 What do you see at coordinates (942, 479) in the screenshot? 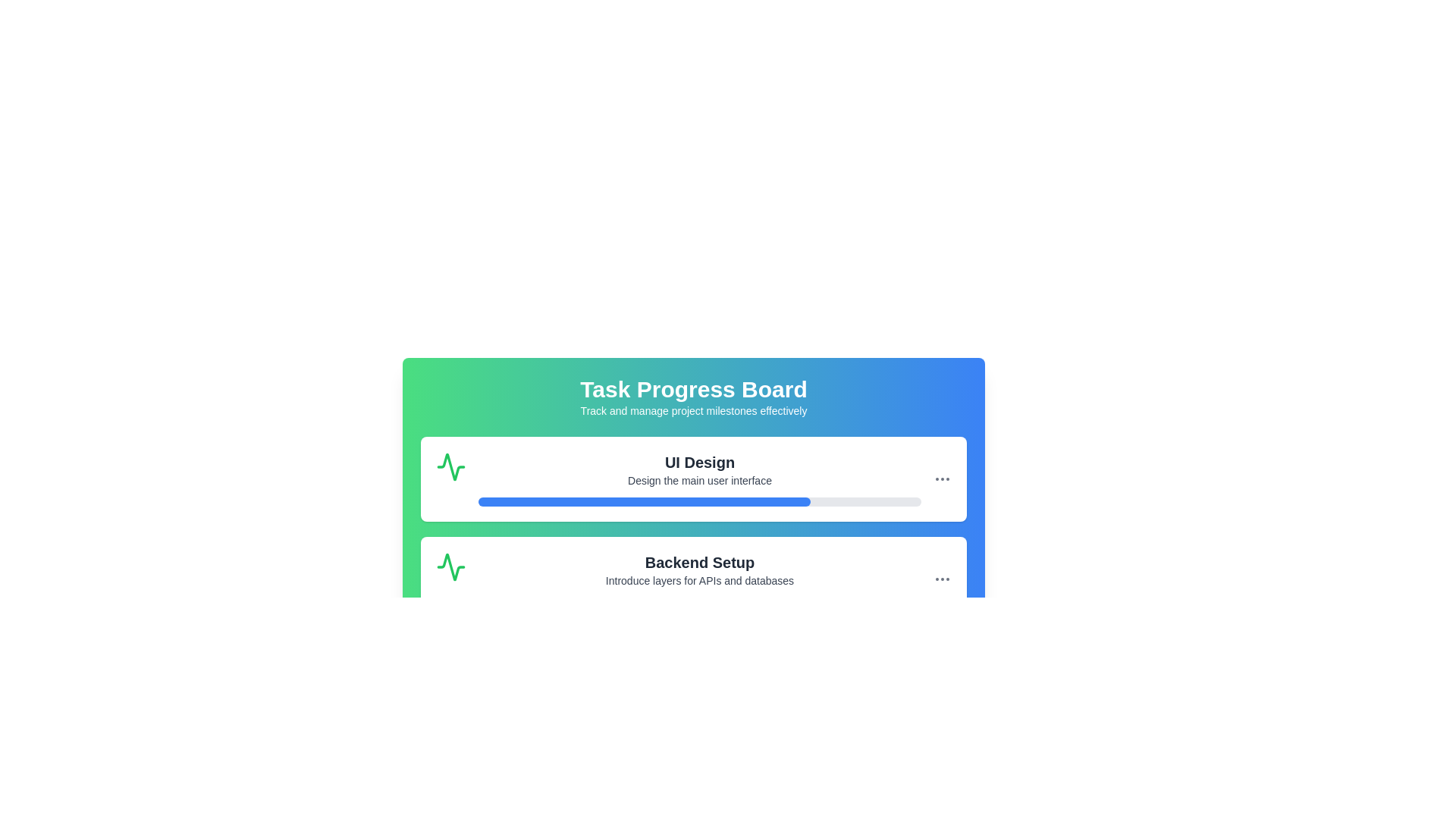
I see `the three dots menu button located at the rightmost side of the 'UI Design' card on the 'Task Progress Board' interface` at bounding box center [942, 479].